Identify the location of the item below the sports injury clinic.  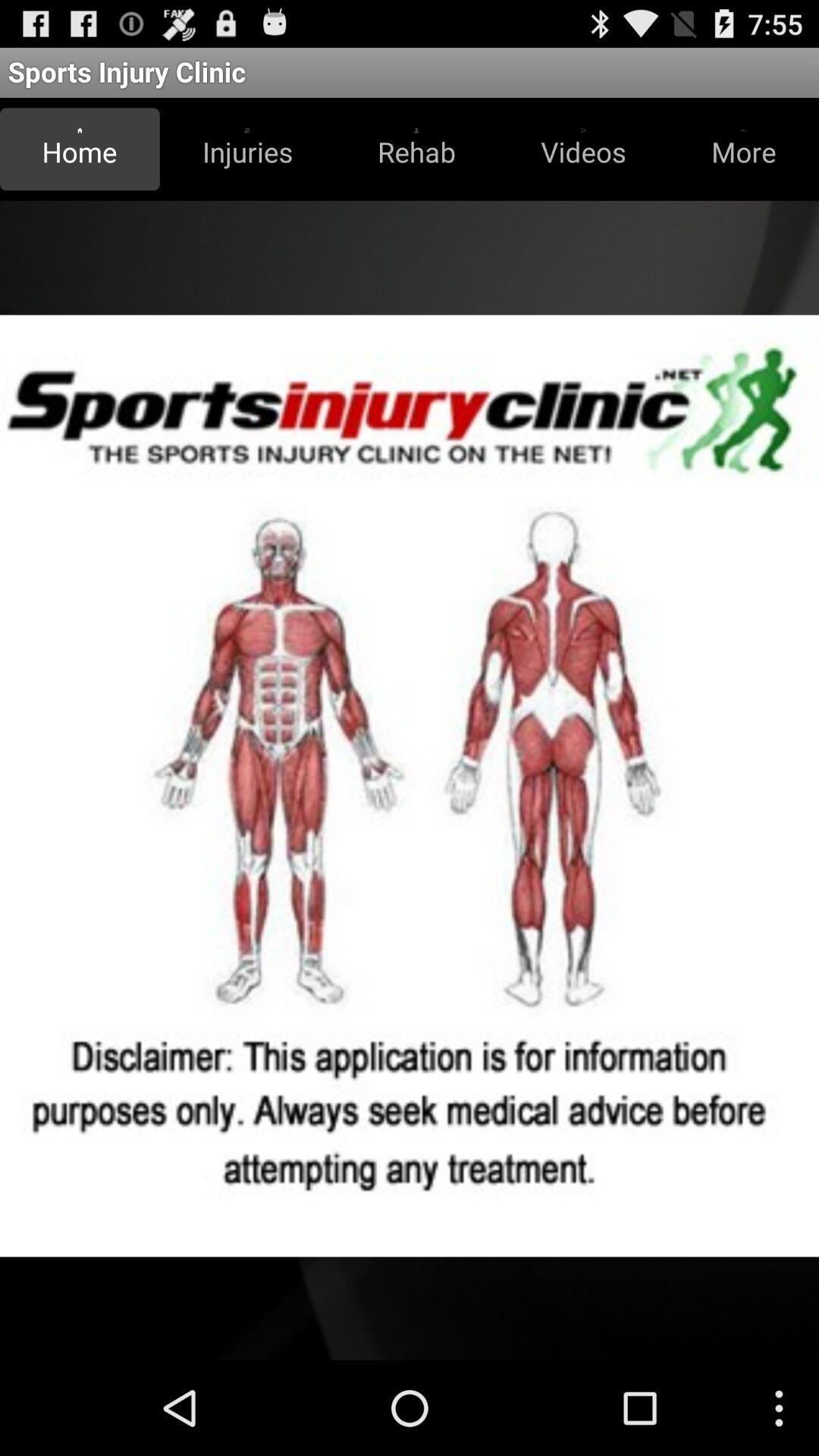
(246, 149).